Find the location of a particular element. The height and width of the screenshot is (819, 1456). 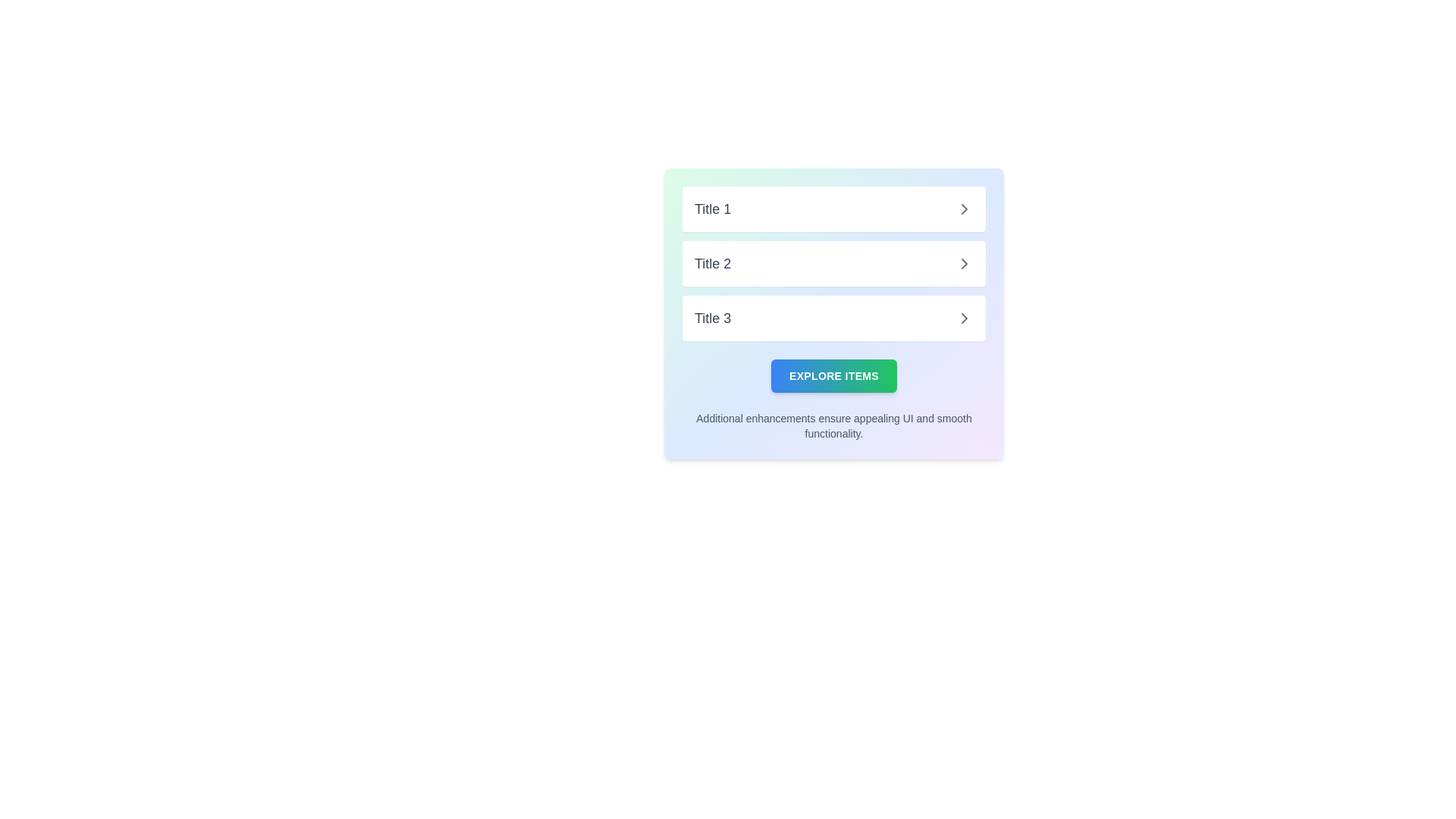

the selectable button for 'Title 2', which is positioned in the second place of a vertical list of three cards is located at coordinates (833, 262).